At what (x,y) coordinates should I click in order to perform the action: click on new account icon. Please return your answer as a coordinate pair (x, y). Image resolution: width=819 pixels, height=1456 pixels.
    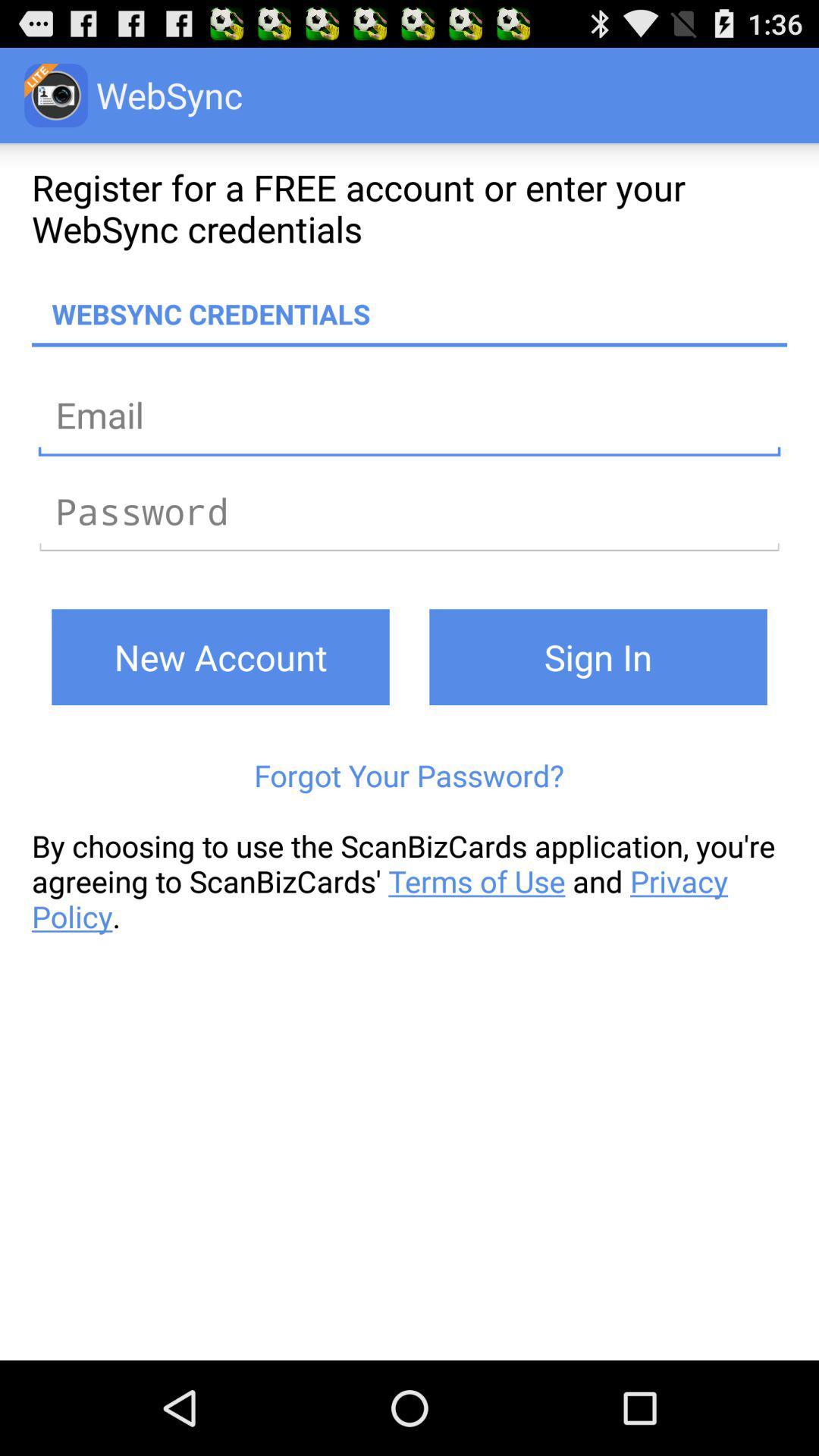
    Looking at the image, I should click on (220, 657).